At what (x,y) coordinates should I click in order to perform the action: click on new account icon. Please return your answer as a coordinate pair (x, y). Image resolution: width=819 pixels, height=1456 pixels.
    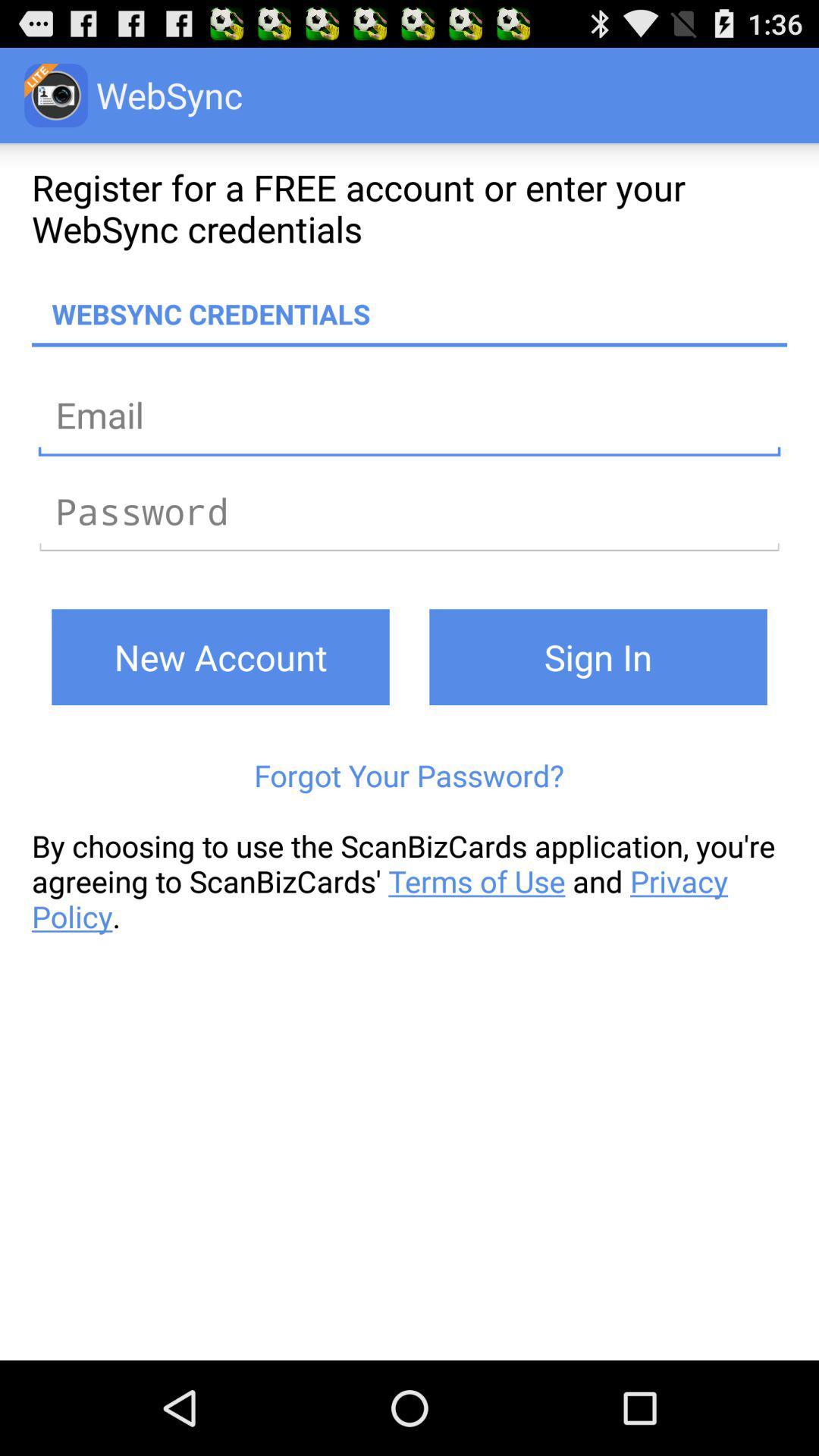
    Looking at the image, I should click on (220, 657).